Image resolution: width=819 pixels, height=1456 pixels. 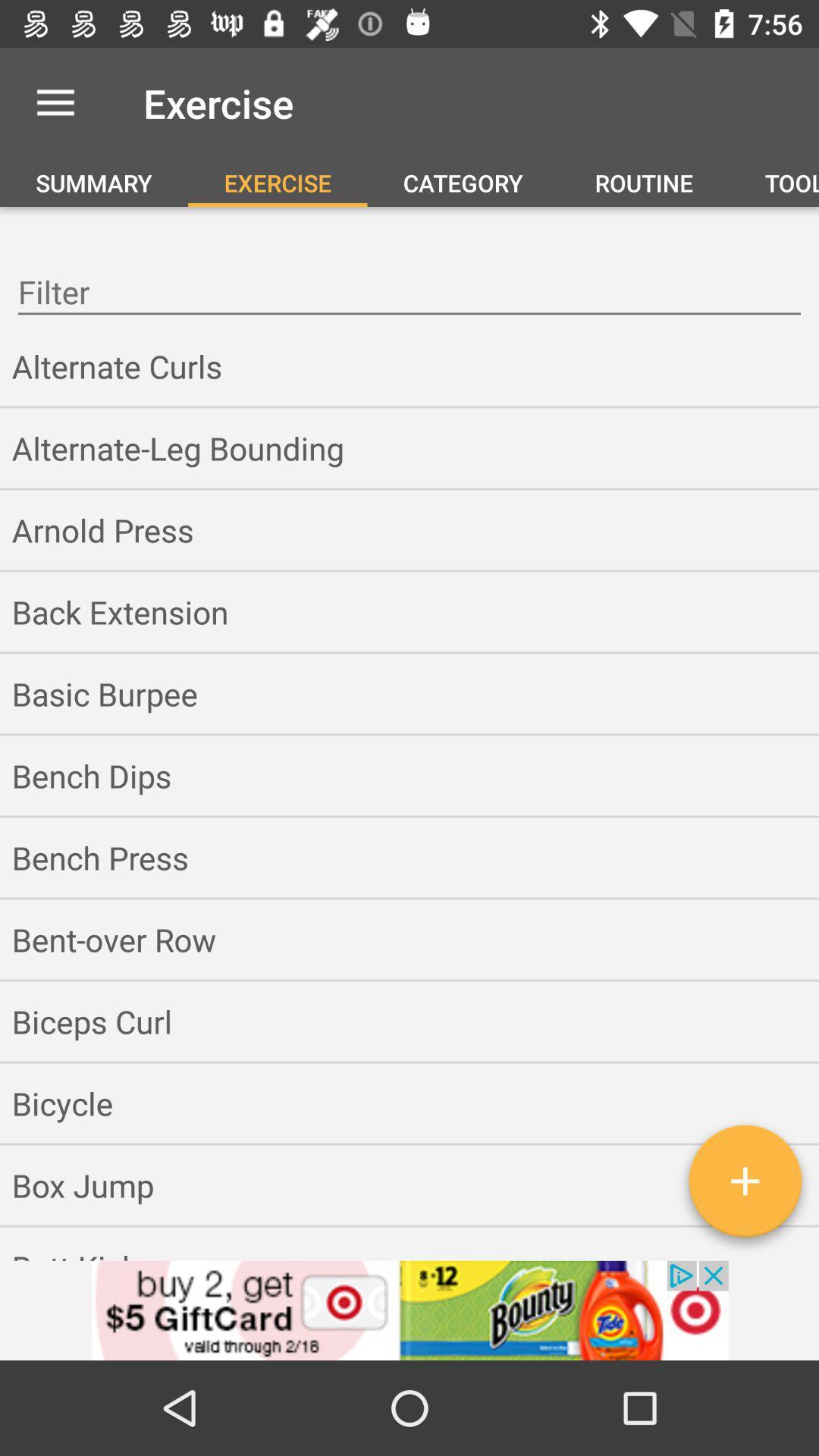 I want to click on in the apps, so click(x=744, y=1186).